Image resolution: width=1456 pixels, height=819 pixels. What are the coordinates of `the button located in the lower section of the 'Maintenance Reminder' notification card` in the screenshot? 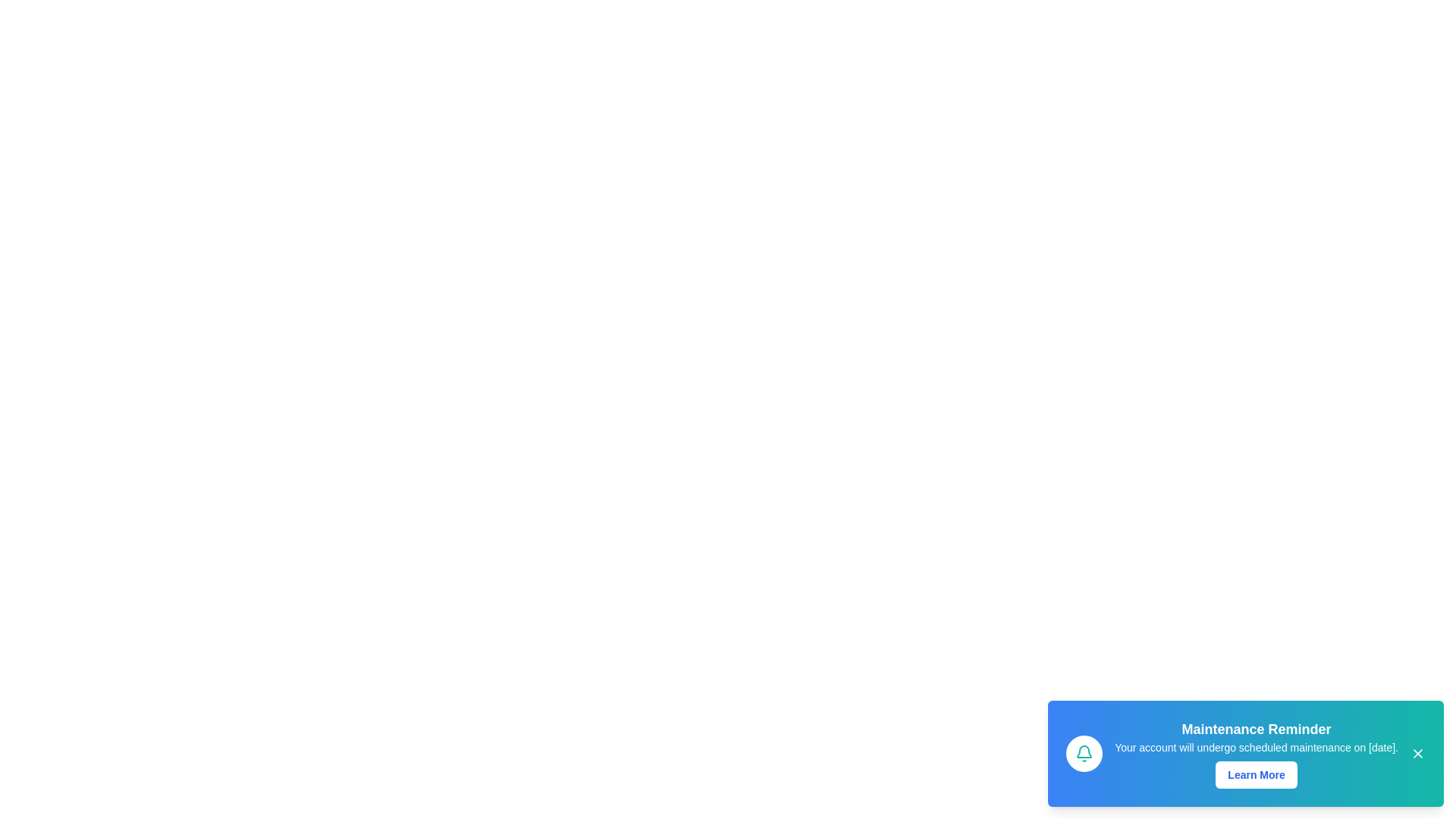 It's located at (1257, 775).